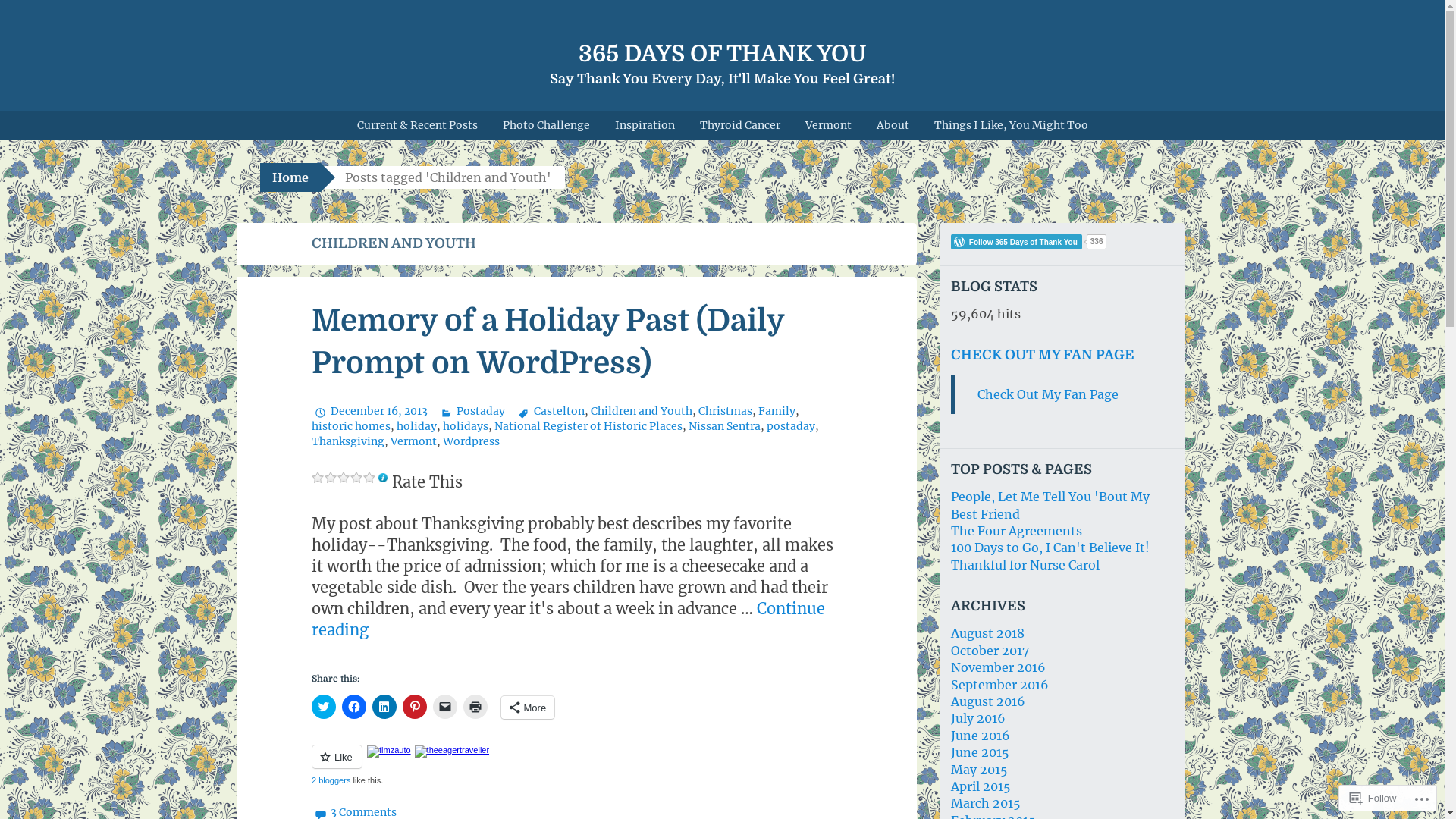 Image resolution: width=1456 pixels, height=819 pixels. Describe the element at coordinates (777, 411) in the screenshot. I see `'Family'` at that location.